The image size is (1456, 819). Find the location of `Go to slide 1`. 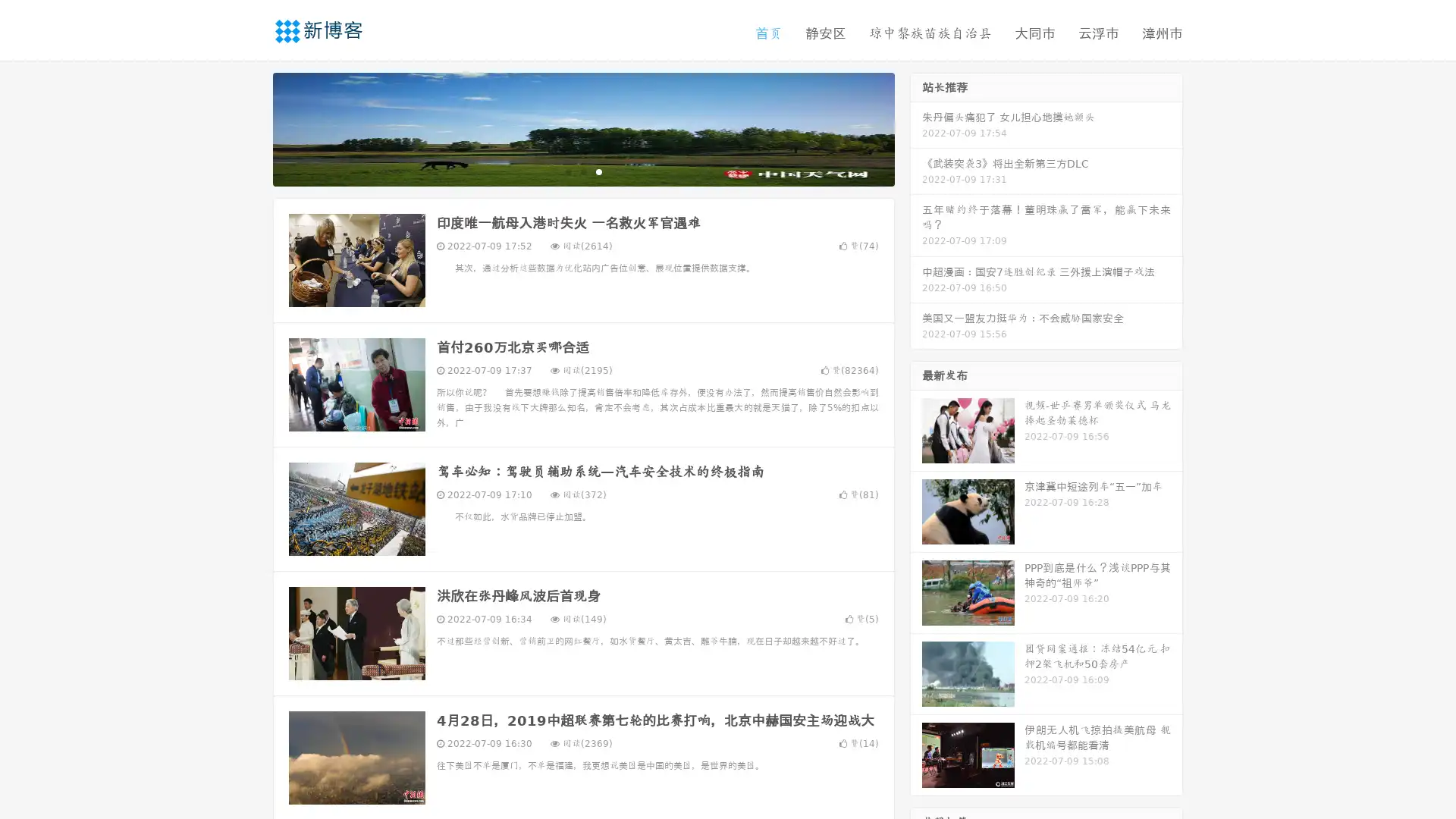

Go to slide 1 is located at coordinates (567, 171).